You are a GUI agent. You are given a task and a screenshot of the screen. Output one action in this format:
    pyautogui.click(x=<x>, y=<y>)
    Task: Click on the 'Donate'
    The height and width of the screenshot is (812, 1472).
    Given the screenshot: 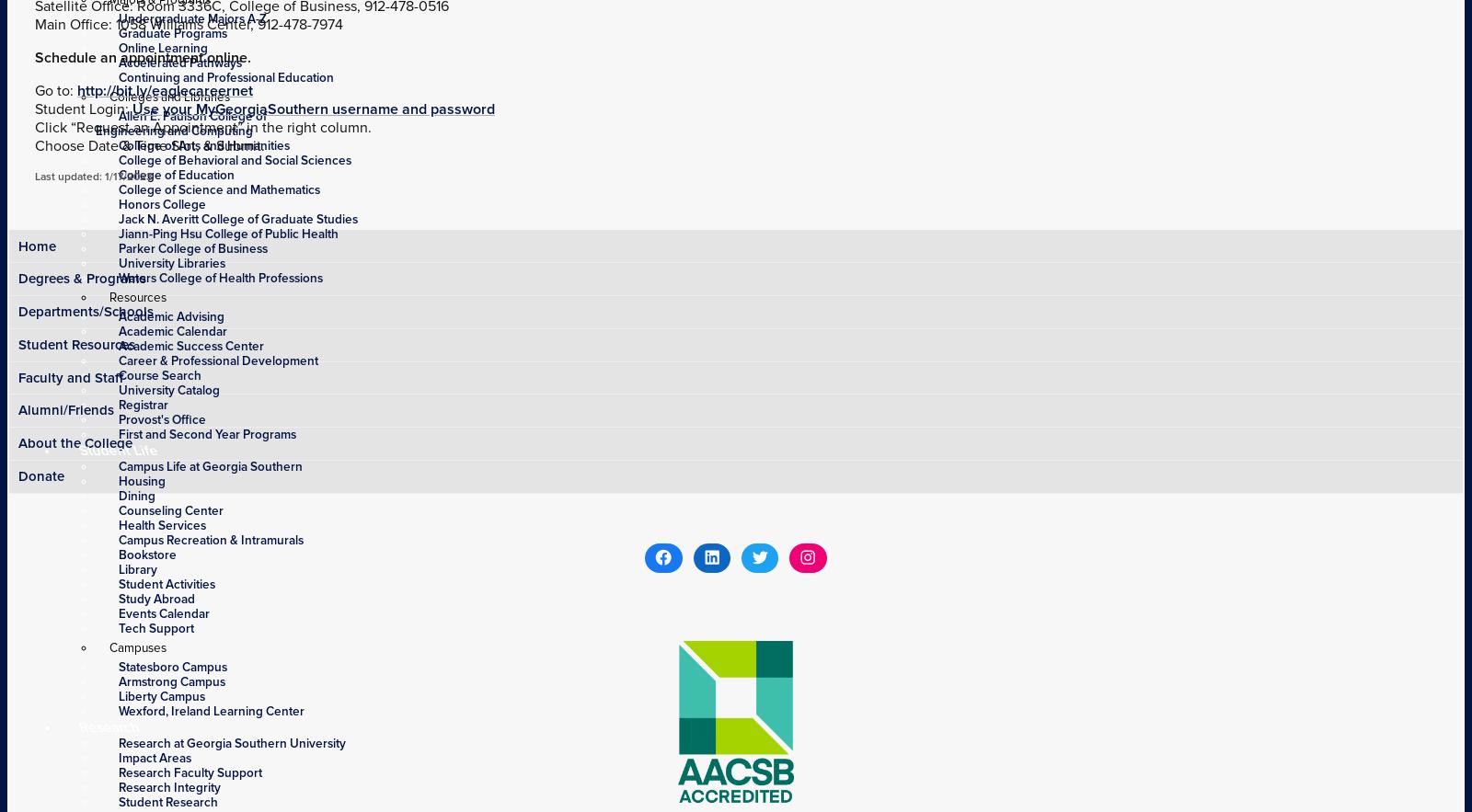 What is the action you would take?
    pyautogui.click(x=40, y=474)
    